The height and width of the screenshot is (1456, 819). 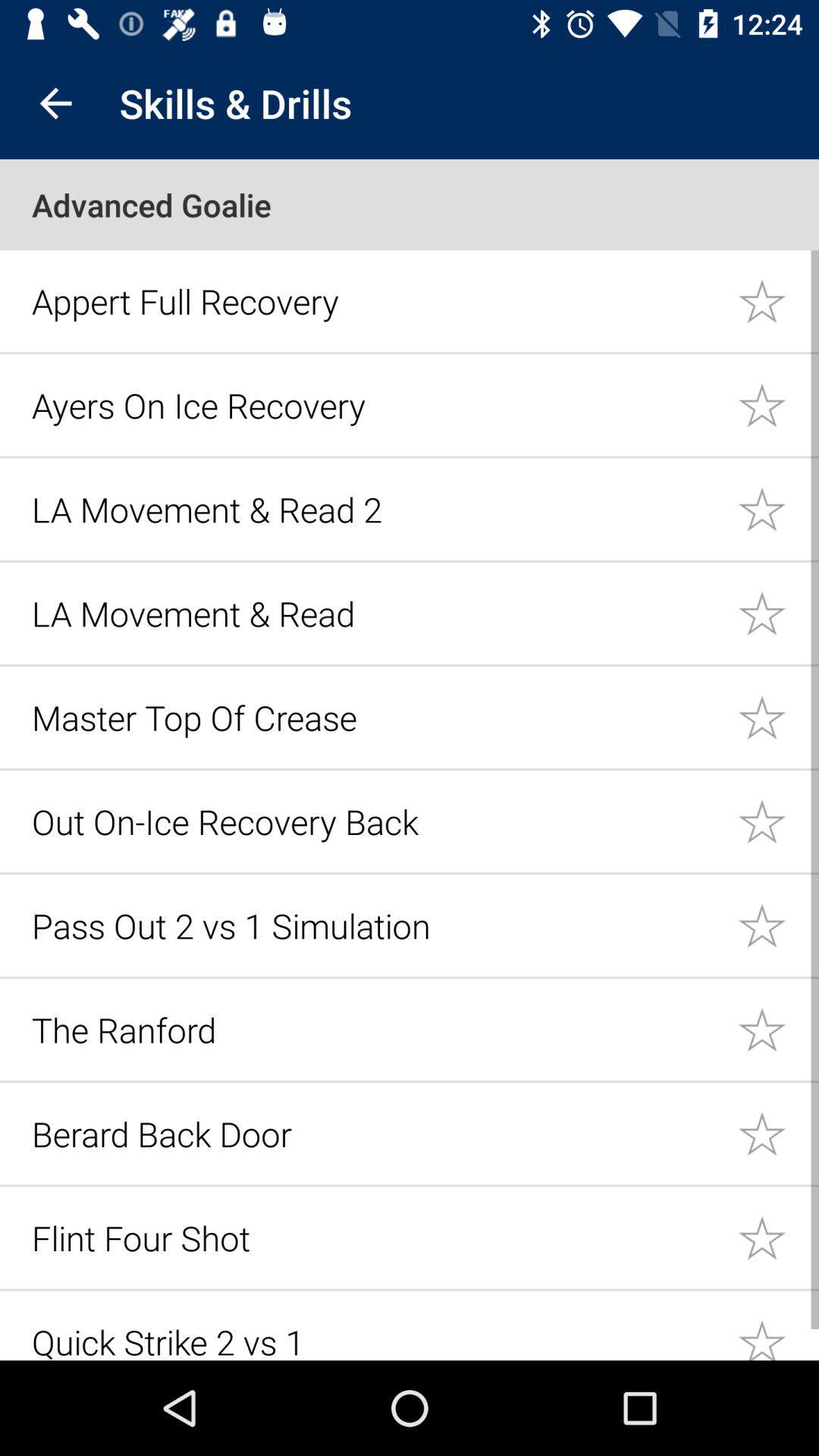 I want to click on star the item, so click(x=778, y=1029).